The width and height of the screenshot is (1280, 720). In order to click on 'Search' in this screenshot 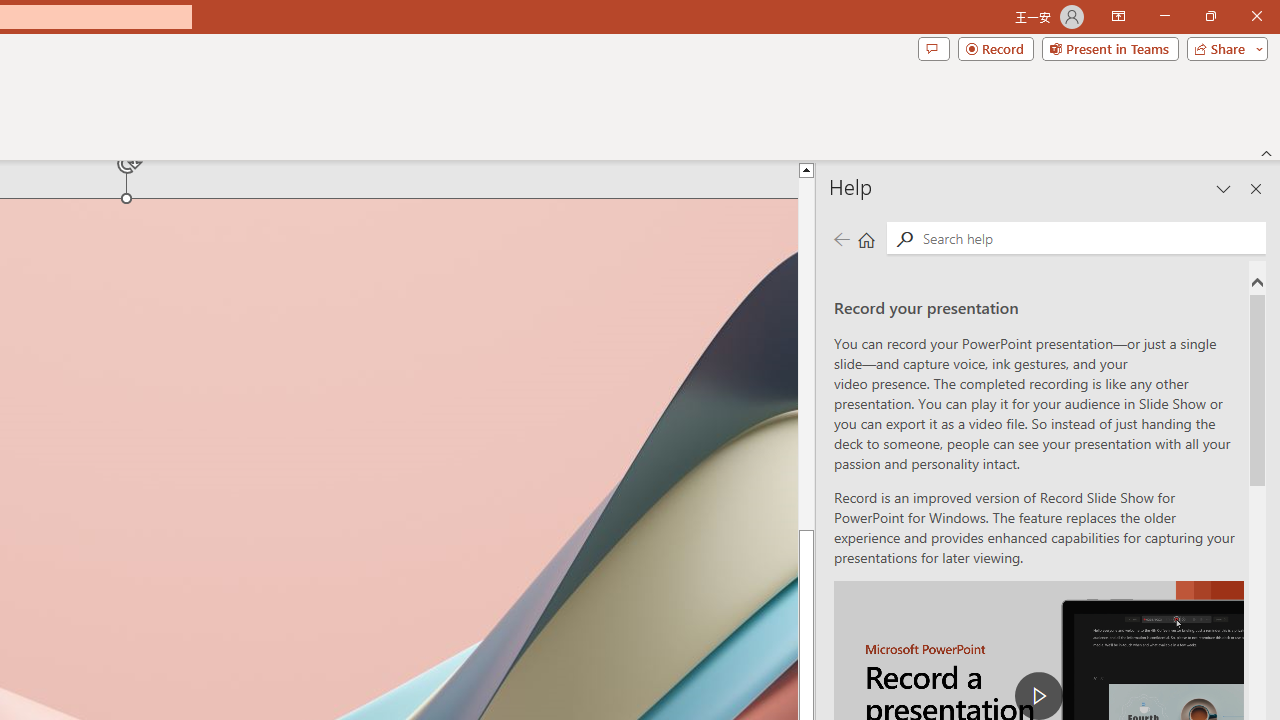, I will do `click(903, 238)`.